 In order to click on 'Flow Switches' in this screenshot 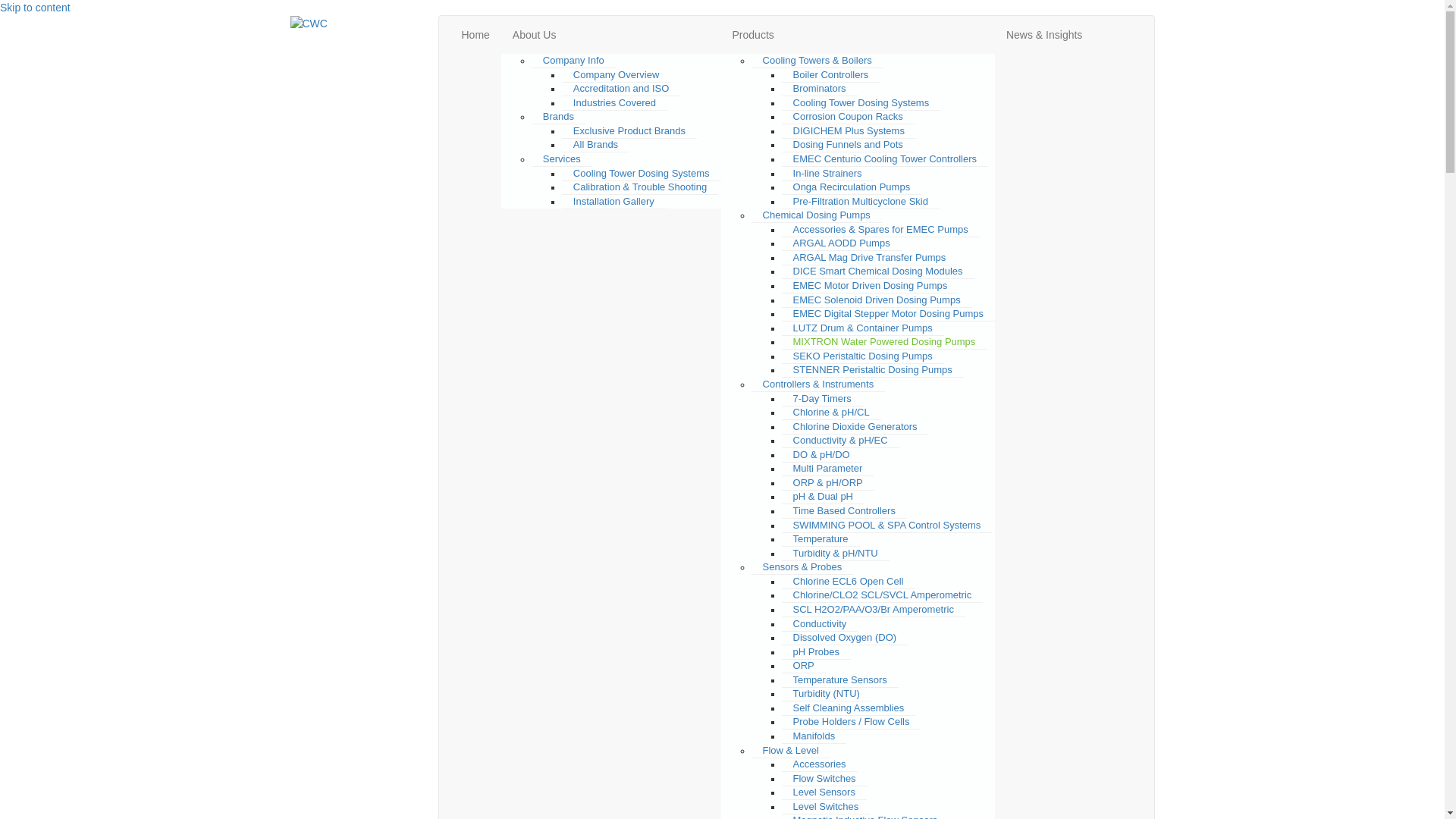, I will do `click(824, 778)`.